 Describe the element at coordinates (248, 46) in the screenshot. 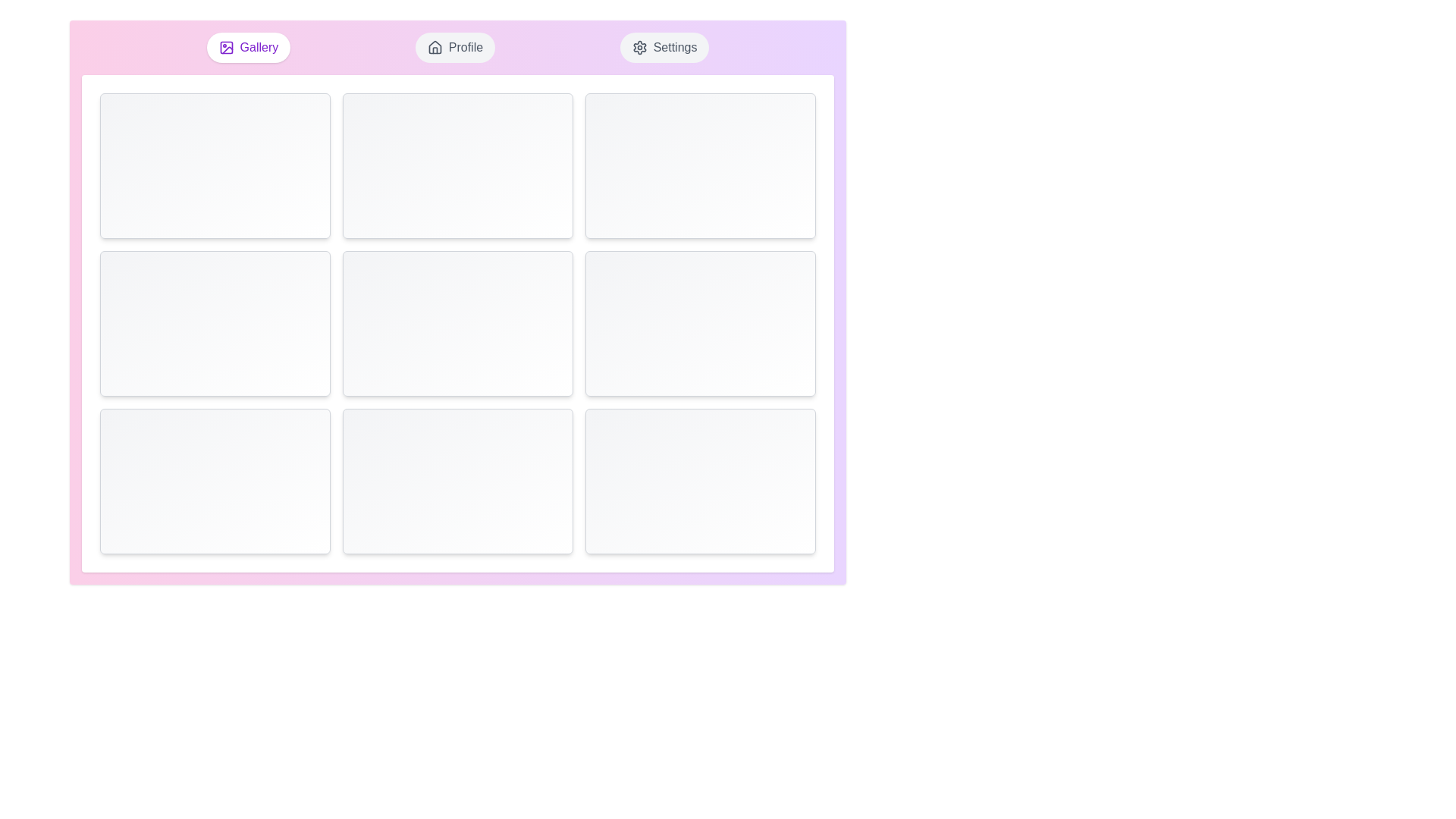

I see `the Gallery tab by clicking its button` at that location.